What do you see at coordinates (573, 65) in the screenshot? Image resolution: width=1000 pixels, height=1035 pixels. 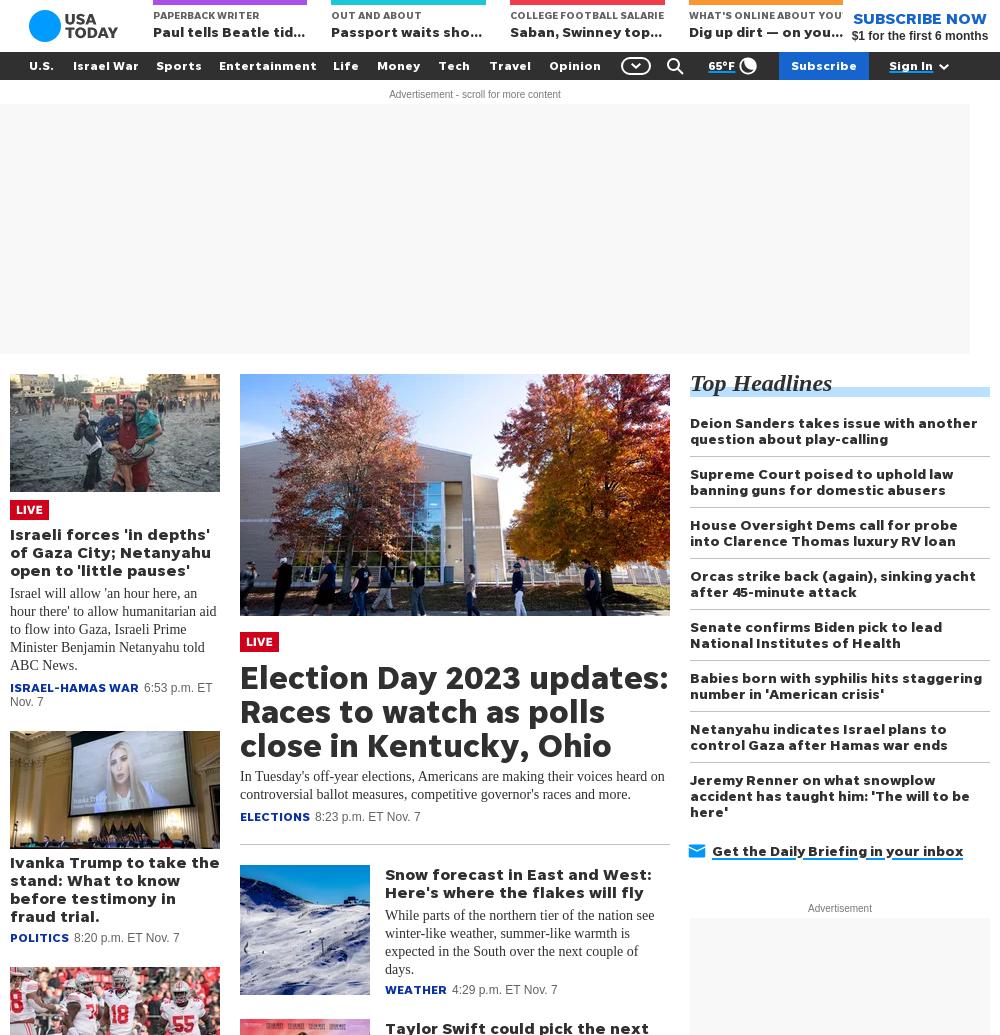 I see `'Opinion'` at bounding box center [573, 65].